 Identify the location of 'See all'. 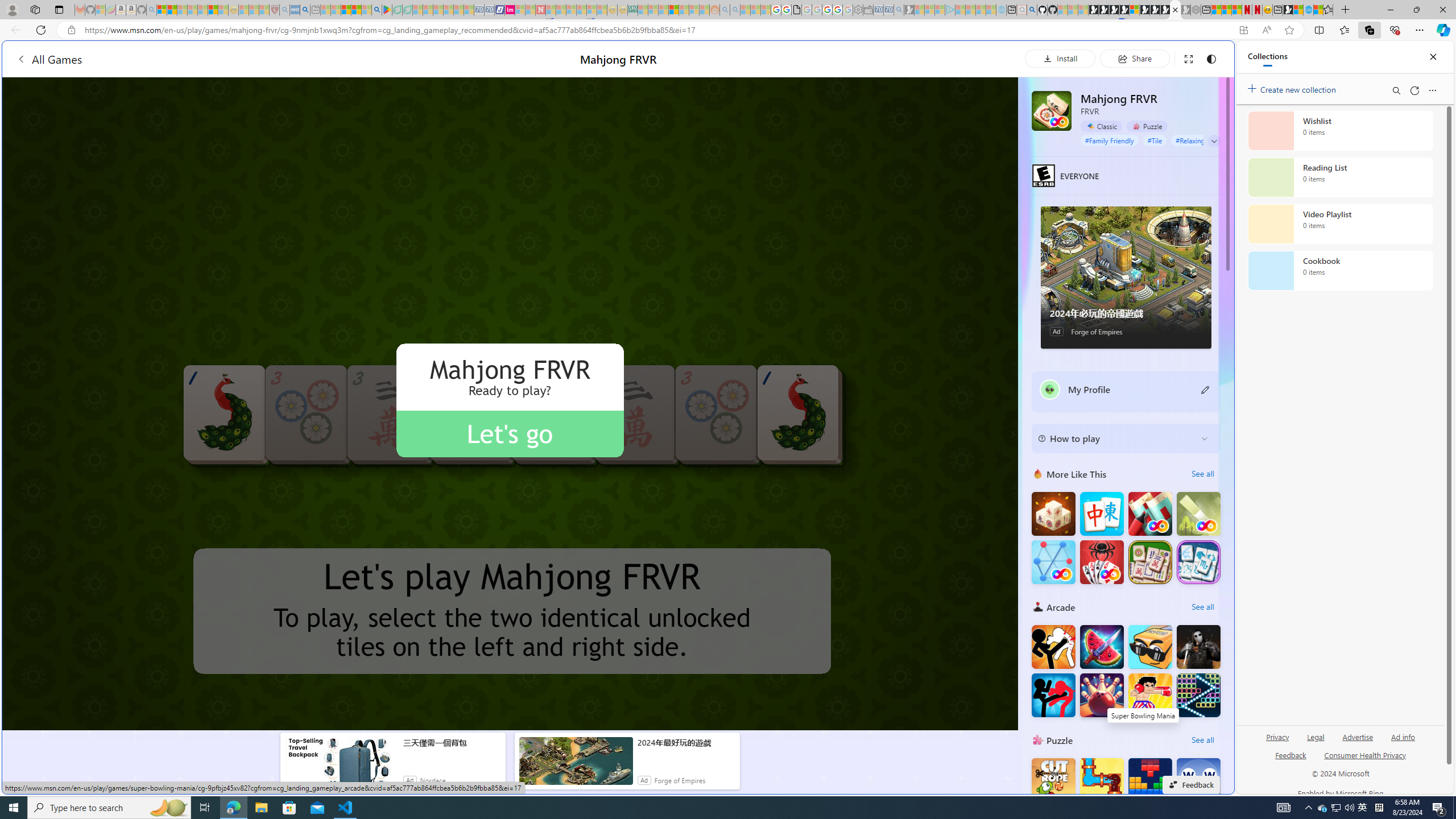
(1202, 740).